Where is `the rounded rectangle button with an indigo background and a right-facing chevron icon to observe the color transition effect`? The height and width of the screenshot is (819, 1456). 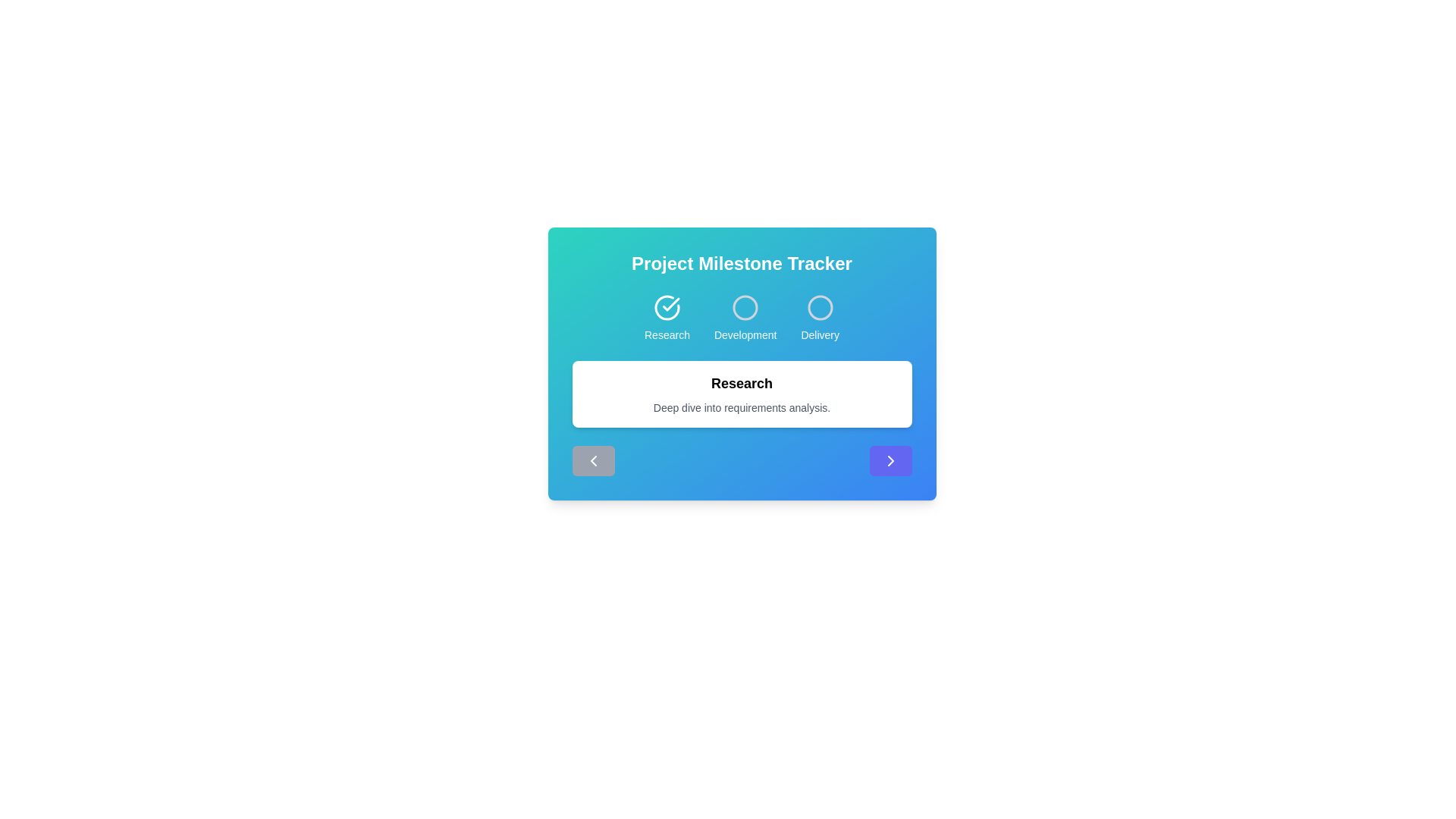
the rounded rectangle button with an indigo background and a right-facing chevron icon to observe the color transition effect is located at coordinates (890, 460).